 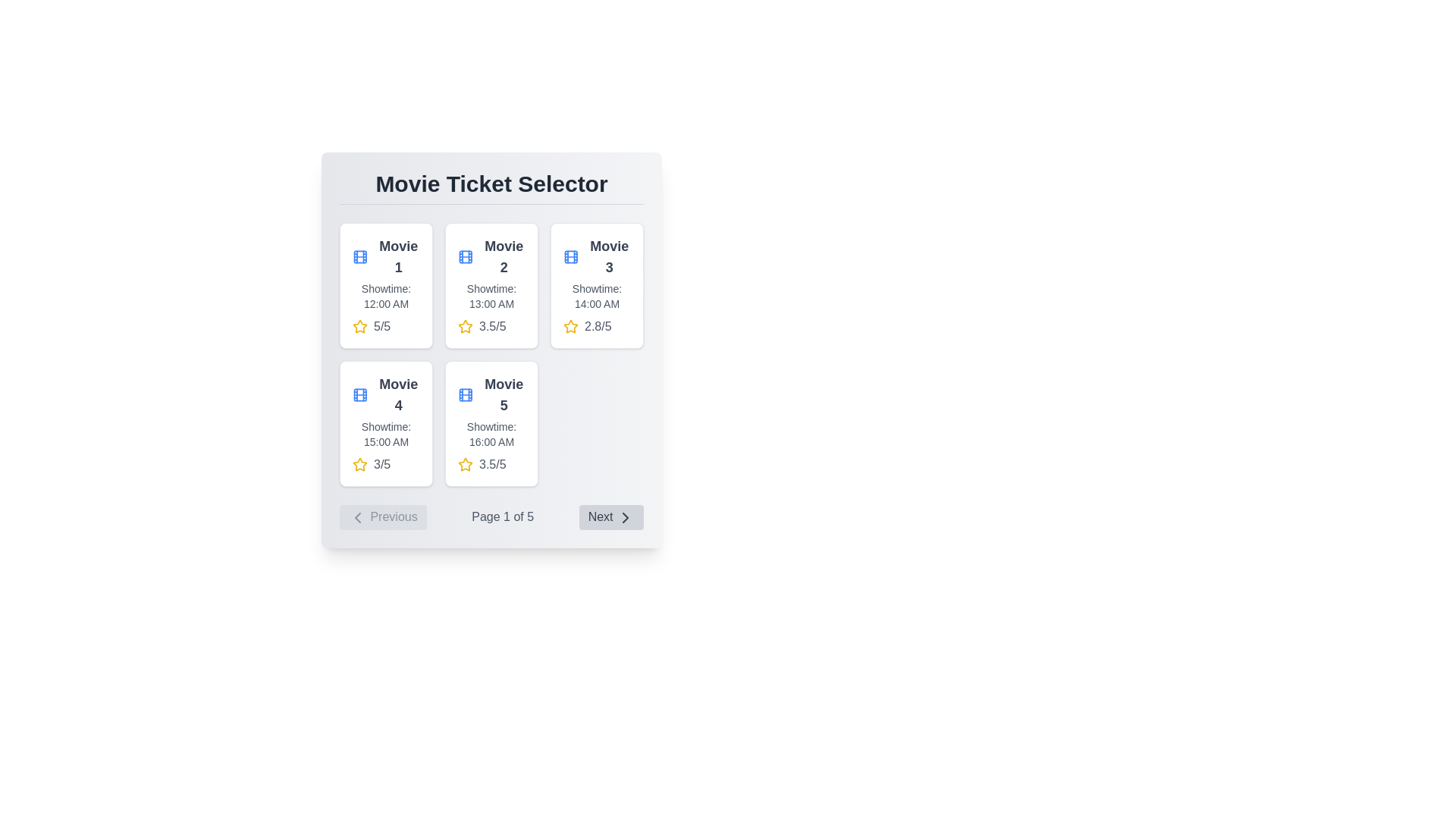 What do you see at coordinates (570, 325) in the screenshot?
I see `the third star icon in the rating component for 'Movie 3'` at bounding box center [570, 325].